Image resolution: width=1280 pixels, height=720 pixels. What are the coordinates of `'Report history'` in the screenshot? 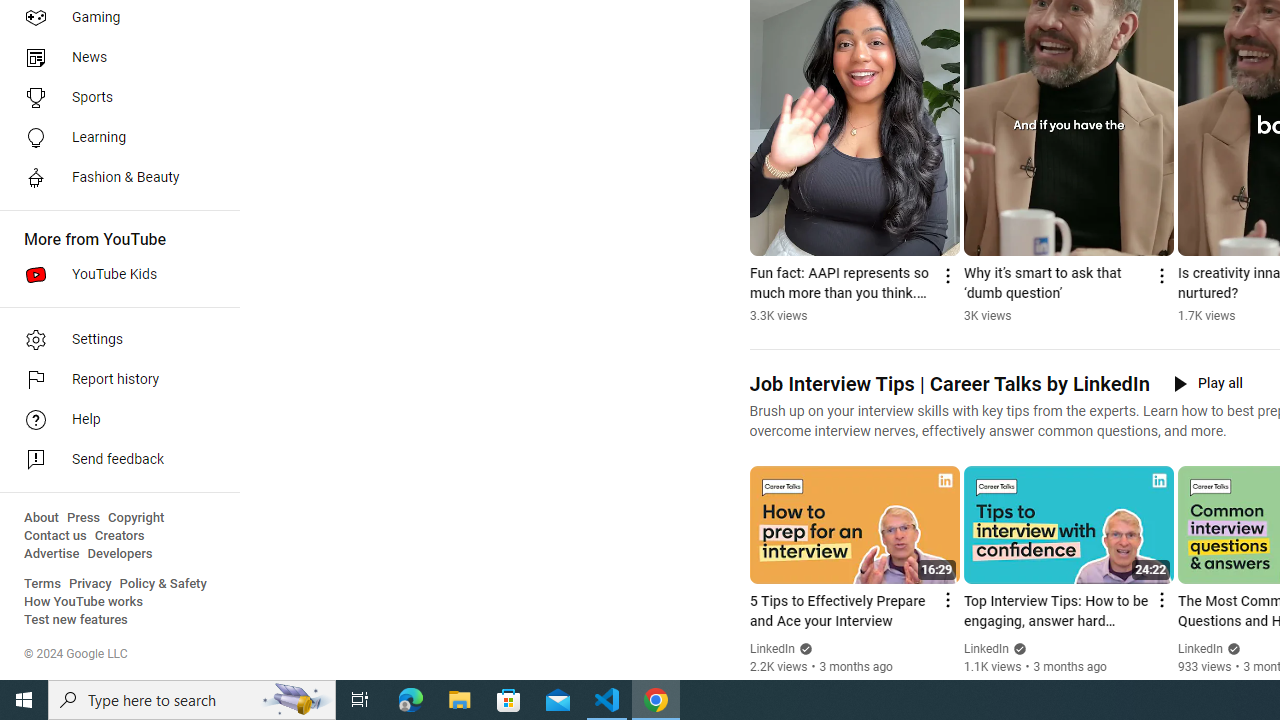 It's located at (112, 380).